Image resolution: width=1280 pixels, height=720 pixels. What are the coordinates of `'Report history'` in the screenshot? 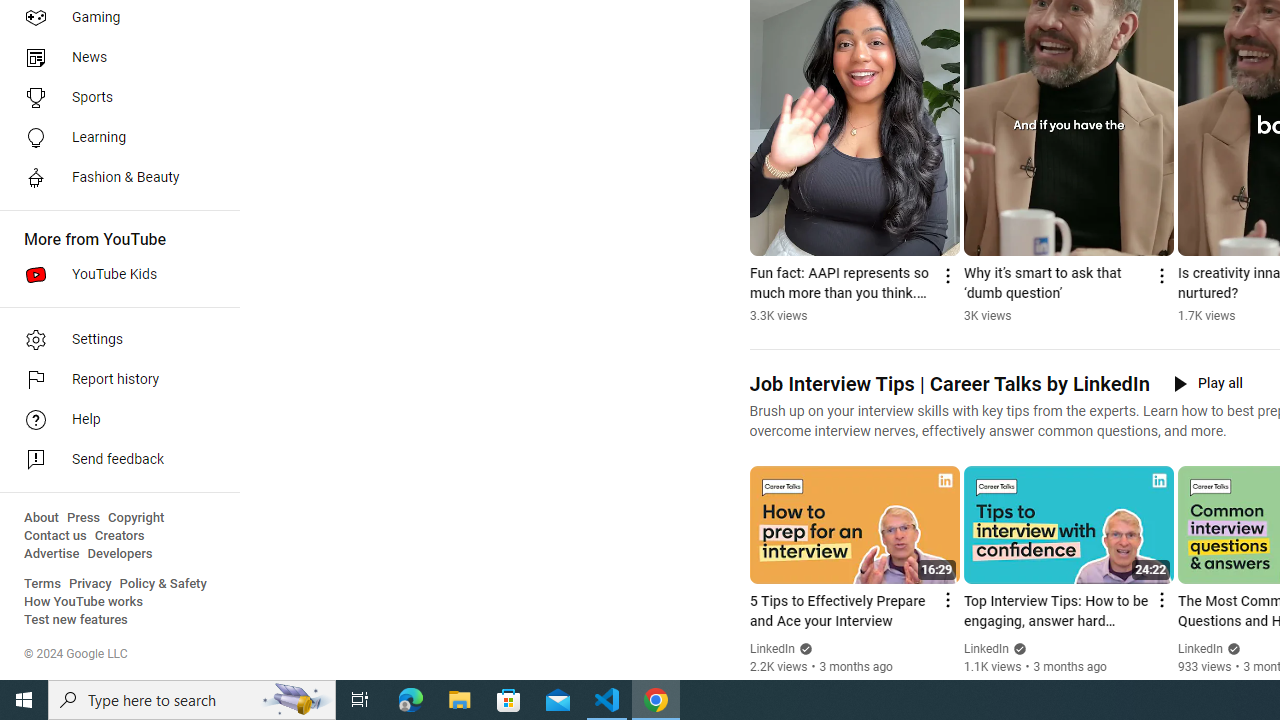 It's located at (112, 380).